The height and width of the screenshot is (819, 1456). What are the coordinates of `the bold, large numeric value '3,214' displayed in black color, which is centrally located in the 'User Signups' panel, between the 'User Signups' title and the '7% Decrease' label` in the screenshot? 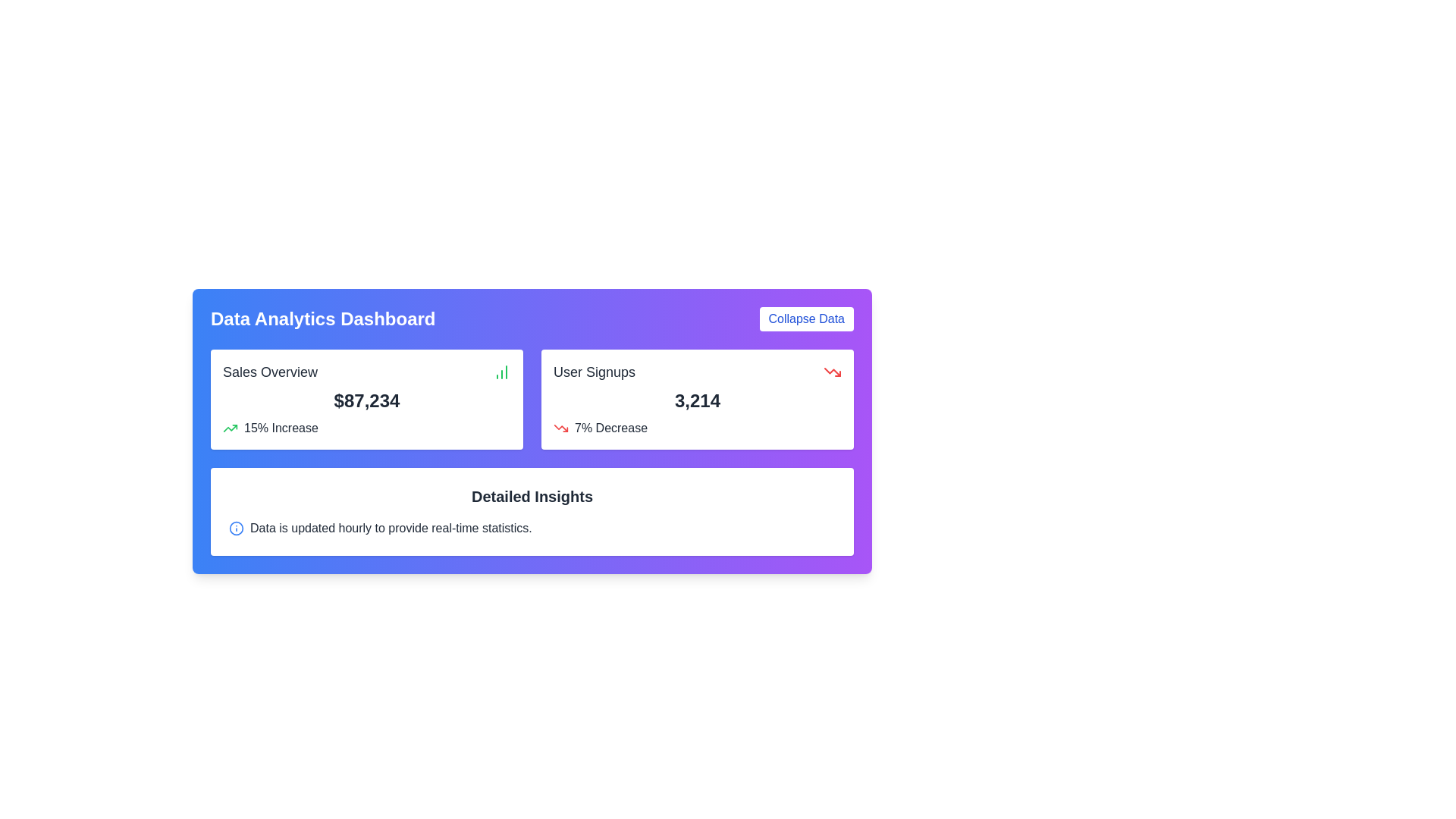 It's located at (697, 400).